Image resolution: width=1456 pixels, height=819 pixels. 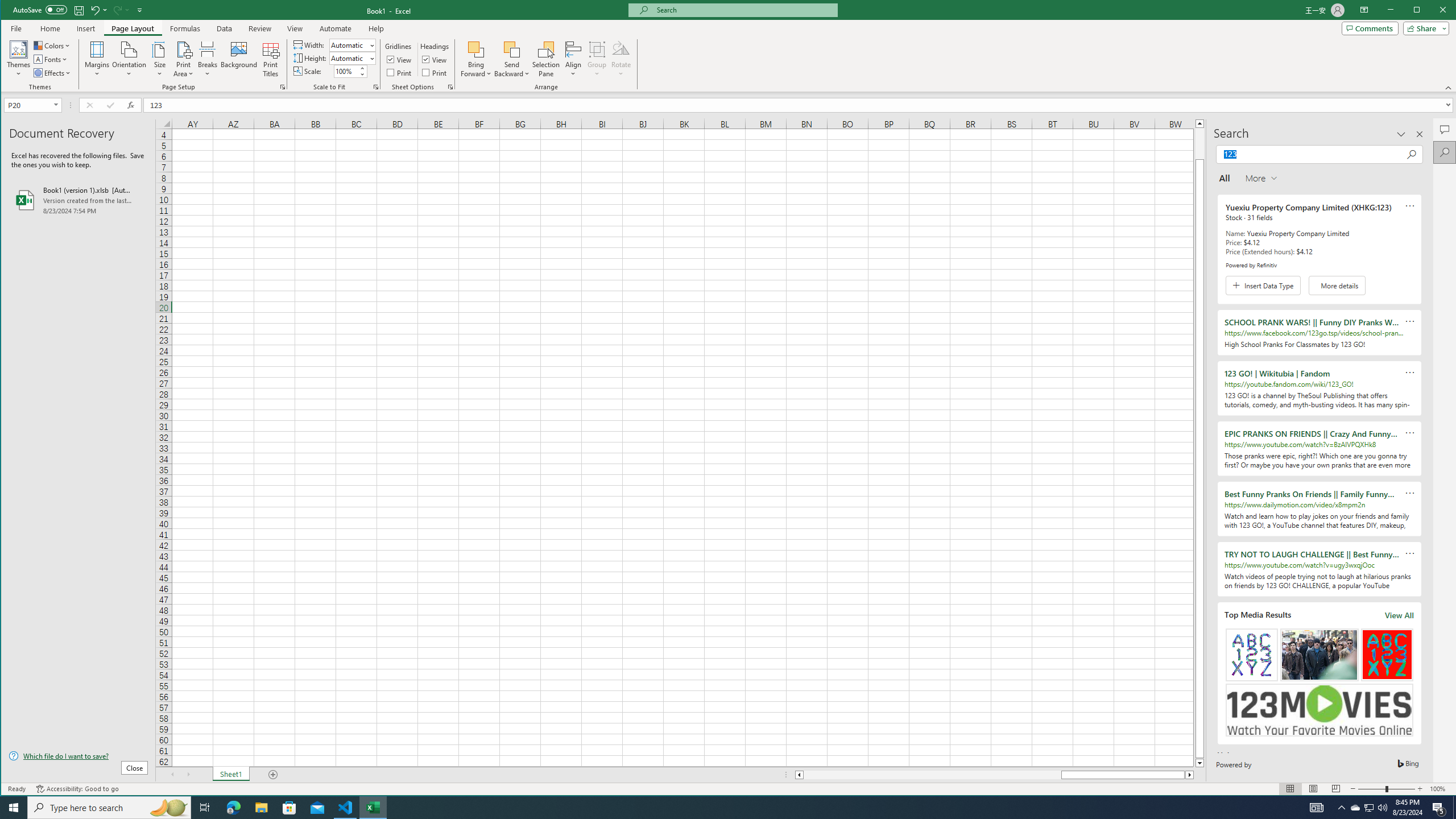 I want to click on 'Customize Quick Access Toolbar', so click(x=140, y=9).